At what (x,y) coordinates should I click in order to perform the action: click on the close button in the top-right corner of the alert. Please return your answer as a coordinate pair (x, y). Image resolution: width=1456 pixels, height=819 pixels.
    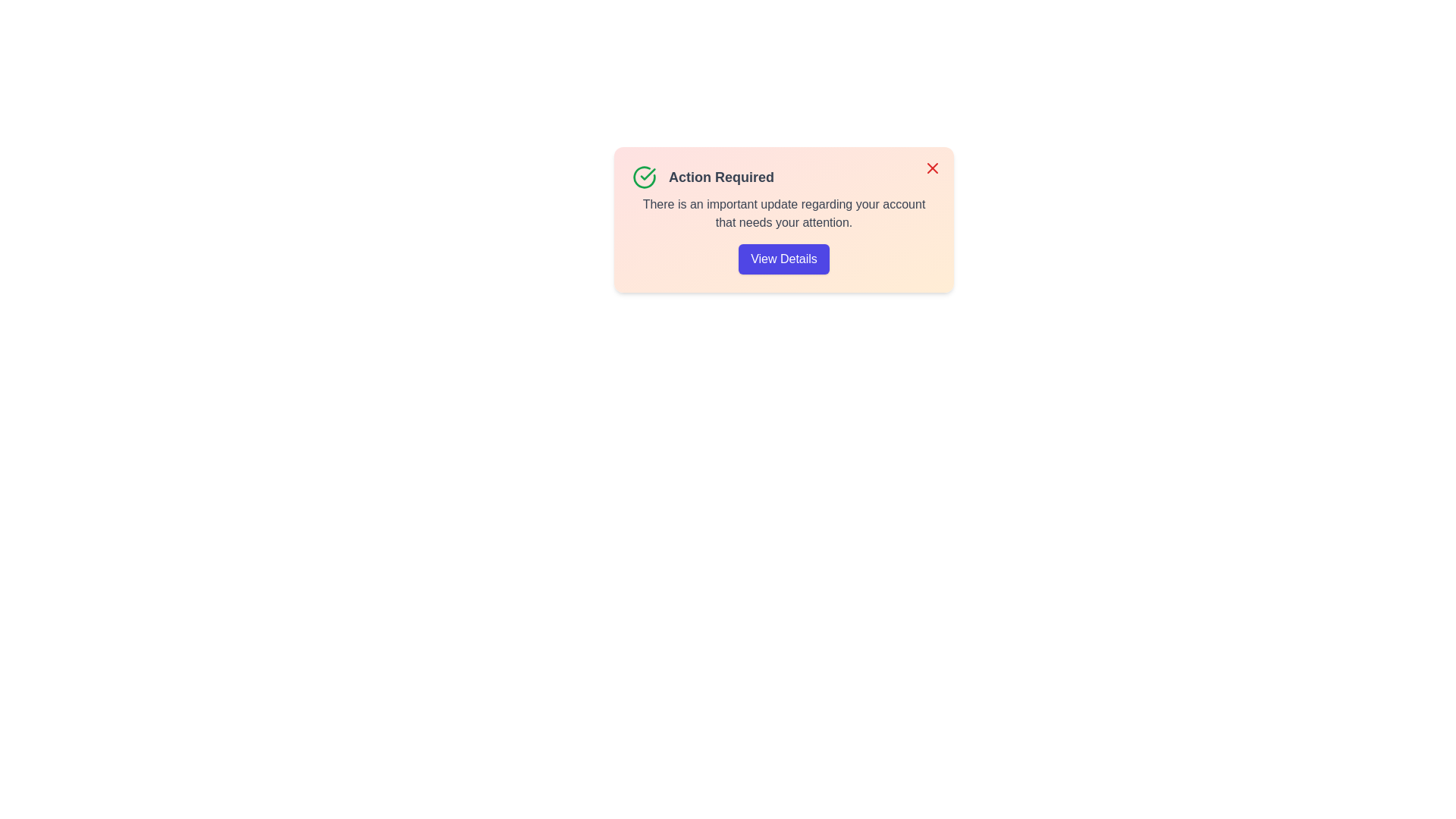
    Looking at the image, I should click on (931, 168).